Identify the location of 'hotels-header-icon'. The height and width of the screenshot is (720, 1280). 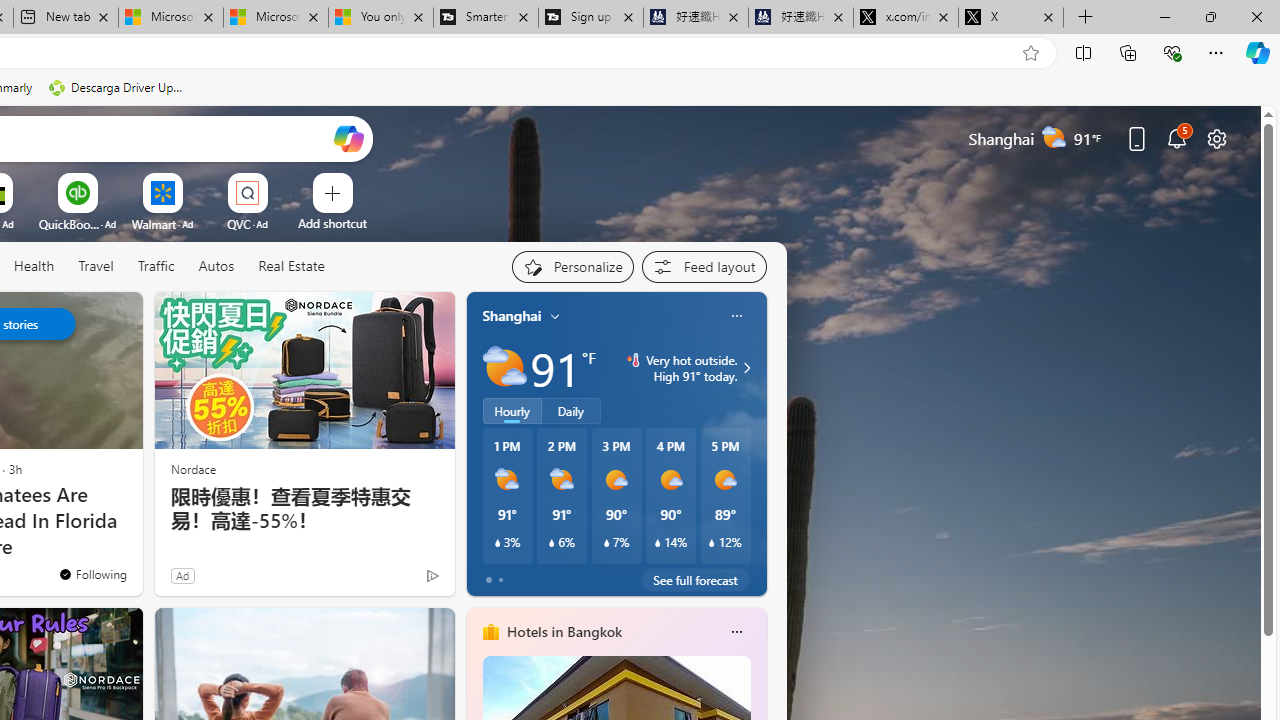
(490, 632).